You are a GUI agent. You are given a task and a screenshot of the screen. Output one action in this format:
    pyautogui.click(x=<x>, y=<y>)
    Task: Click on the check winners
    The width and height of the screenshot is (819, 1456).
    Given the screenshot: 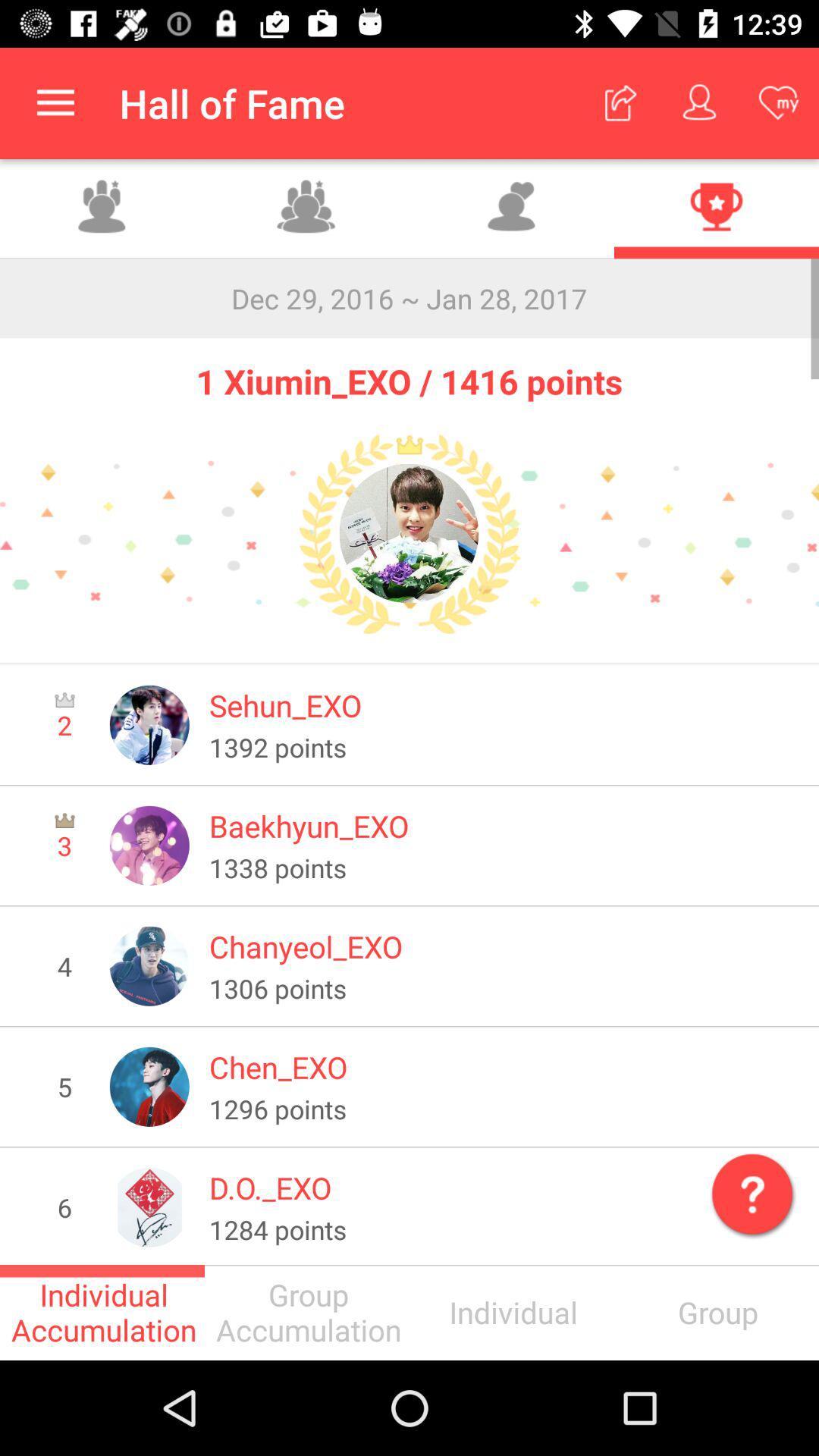 What is the action you would take?
    pyautogui.click(x=717, y=208)
    